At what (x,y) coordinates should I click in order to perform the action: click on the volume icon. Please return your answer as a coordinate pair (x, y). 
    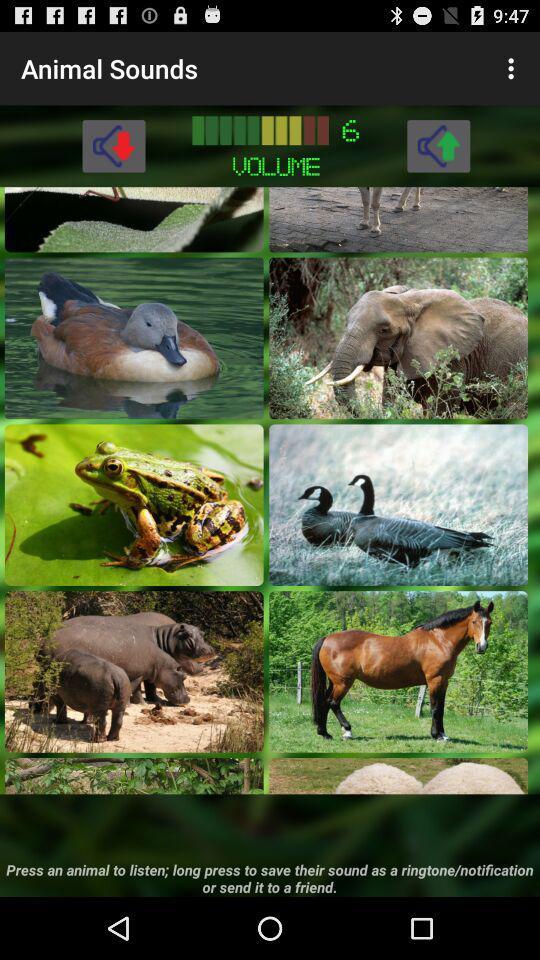
    Looking at the image, I should click on (437, 155).